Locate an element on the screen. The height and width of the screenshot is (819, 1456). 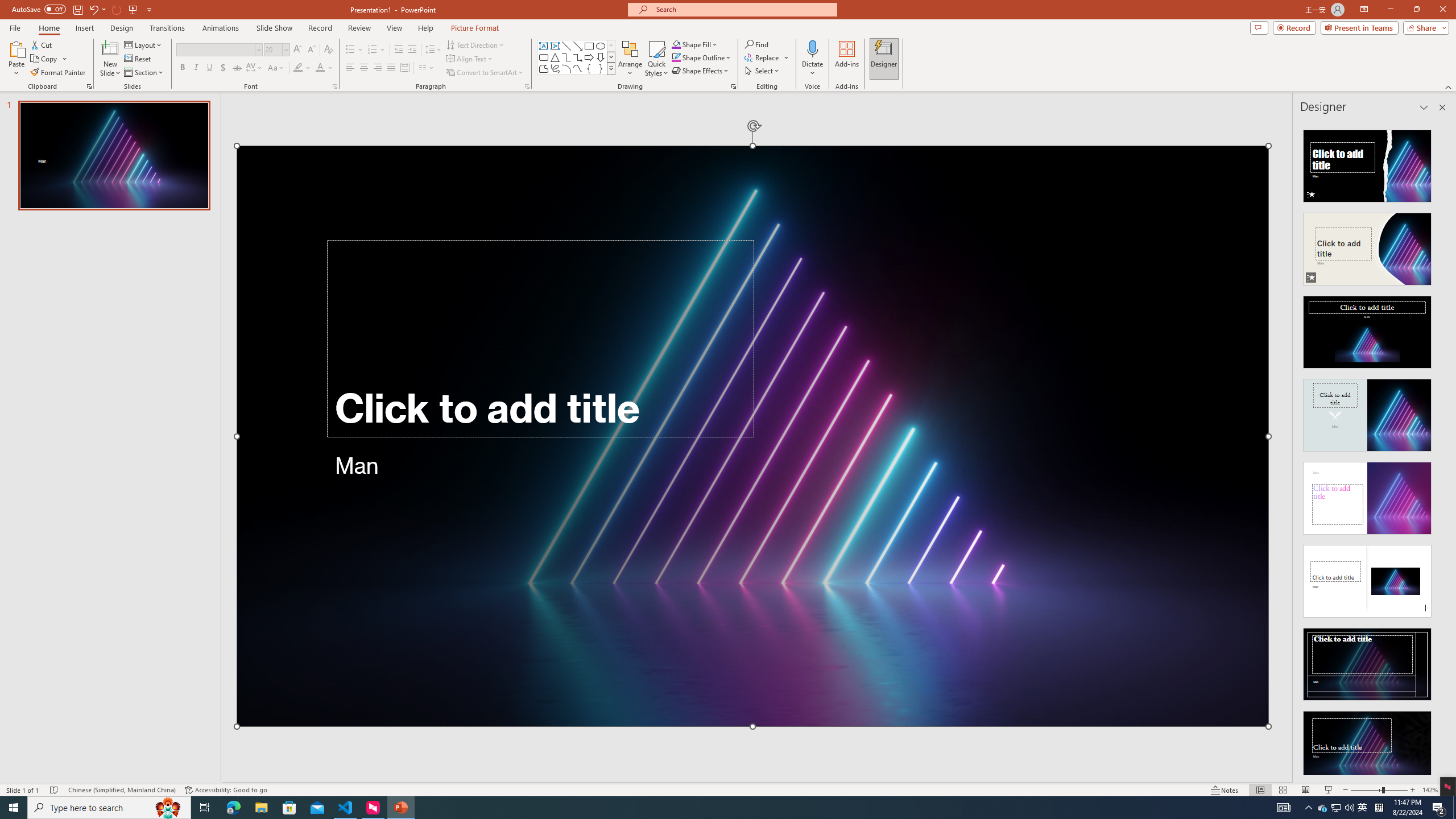
'Zoom 142%' is located at coordinates (1430, 790).